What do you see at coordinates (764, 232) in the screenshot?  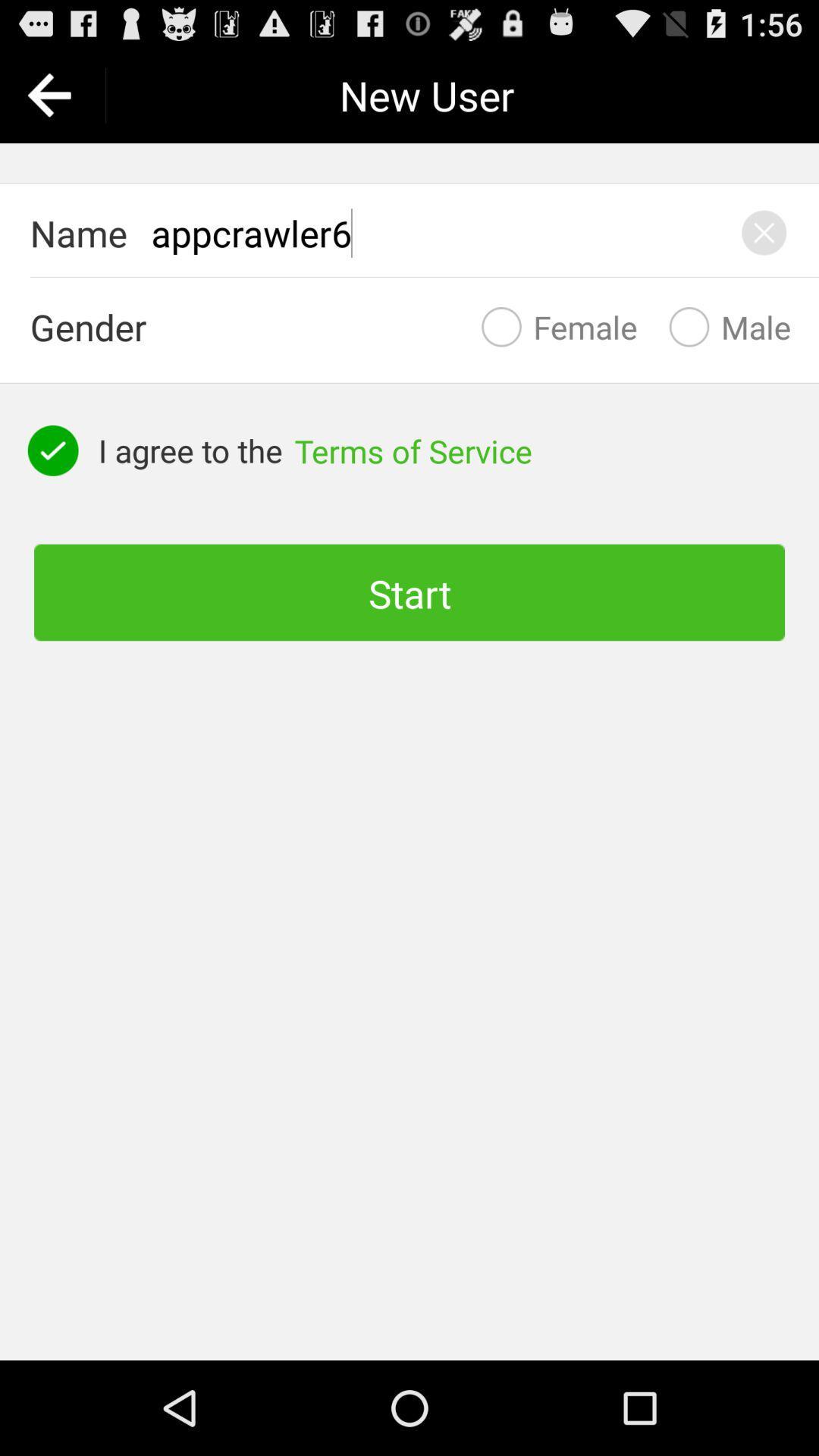 I see `screen` at bounding box center [764, 232].